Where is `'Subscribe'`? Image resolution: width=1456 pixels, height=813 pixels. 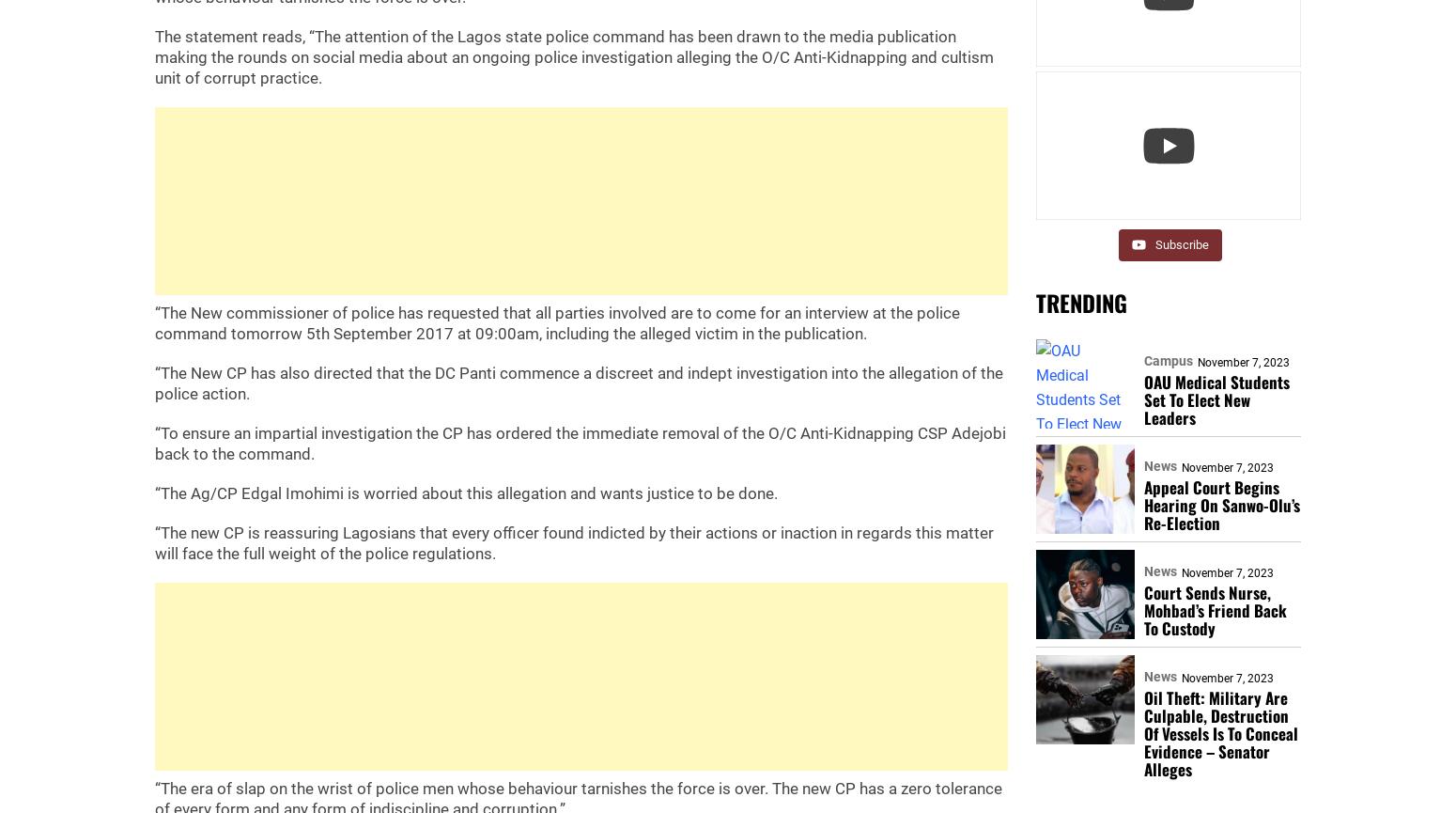 'Subscribe' is located at coordinates (1181, 243).